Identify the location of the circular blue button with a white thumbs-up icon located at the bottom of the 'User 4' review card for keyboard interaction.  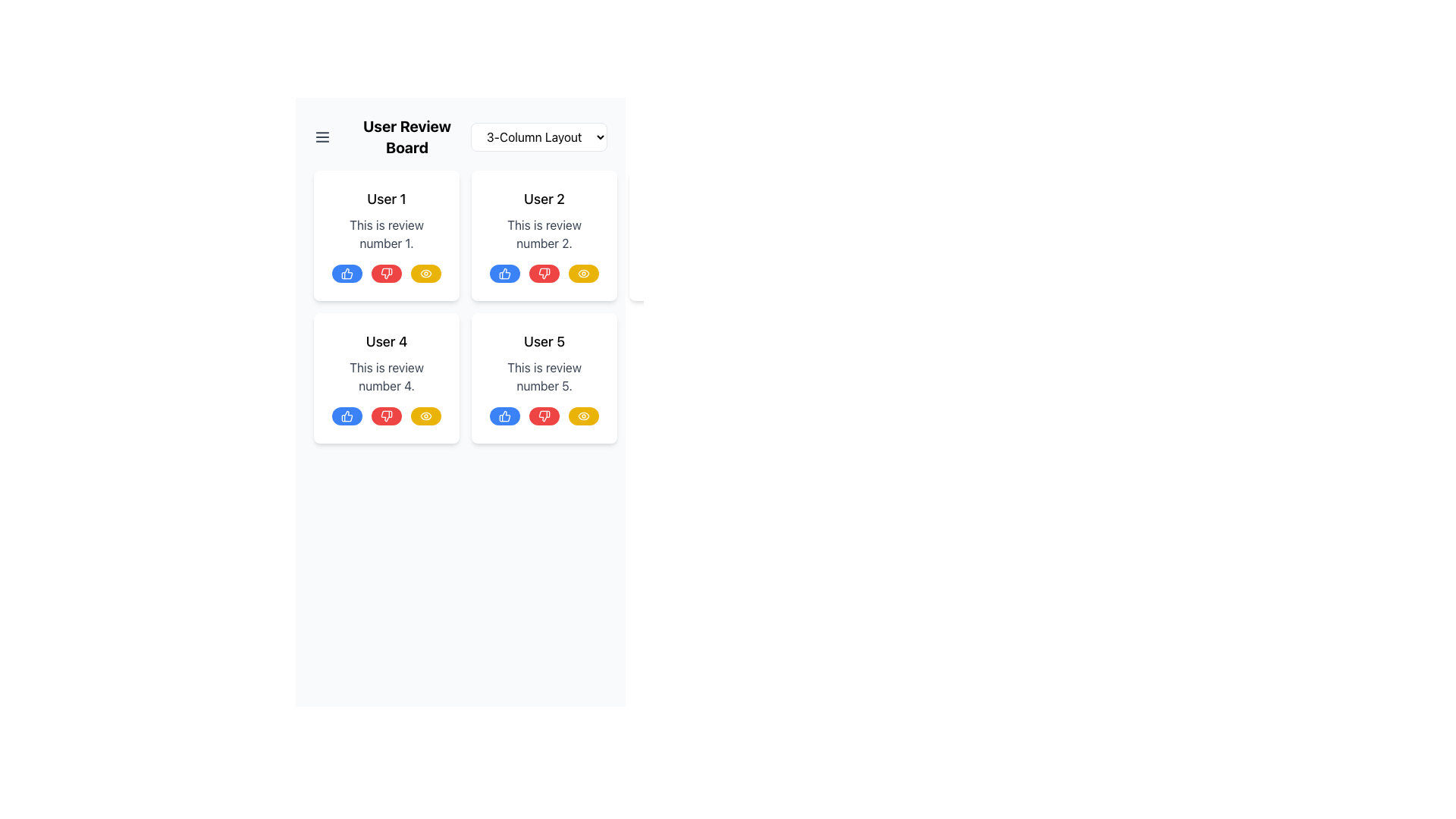
(346, 416).